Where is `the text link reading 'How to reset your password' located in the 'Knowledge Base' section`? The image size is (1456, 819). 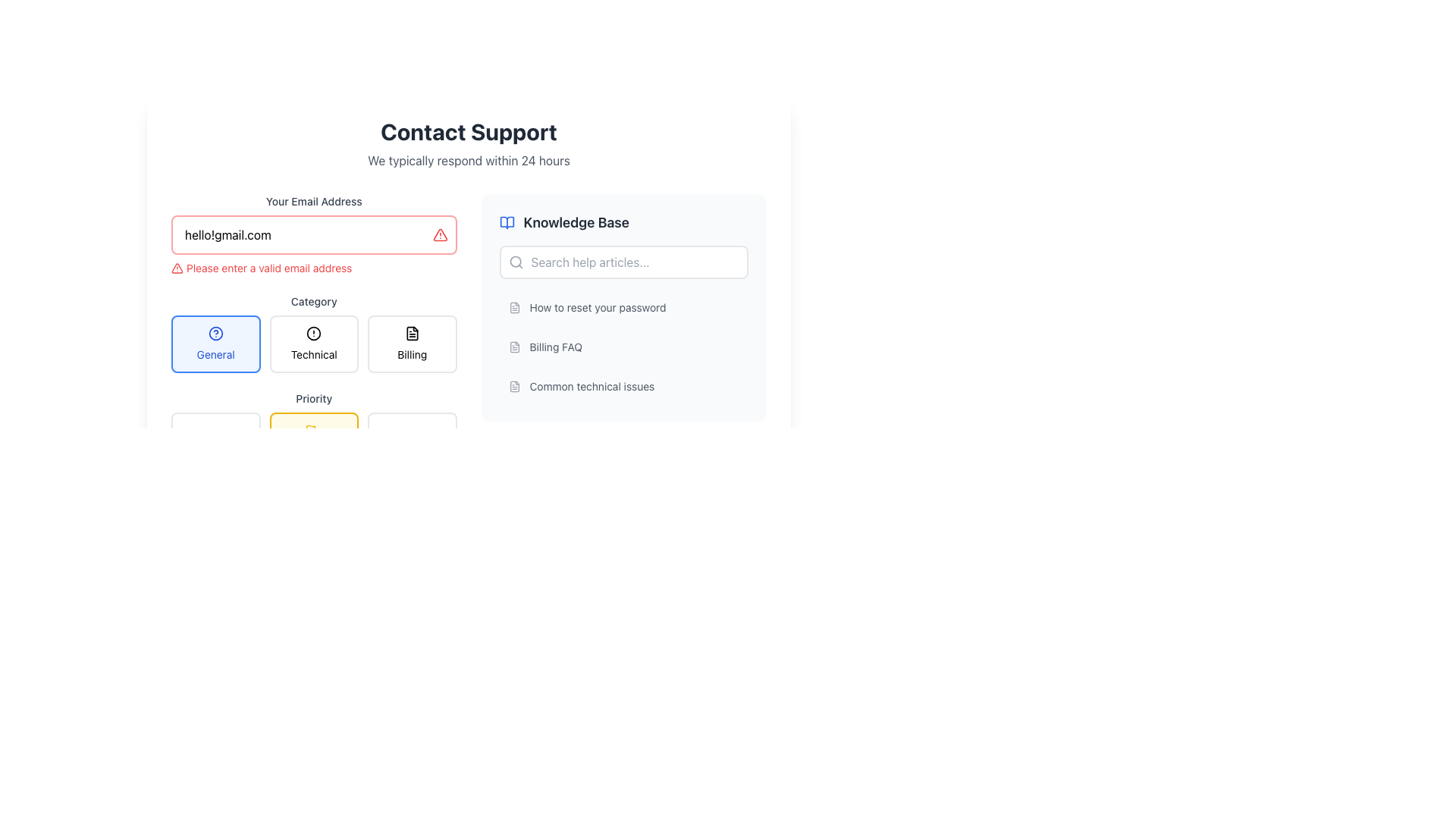 the text link reading 'How to reset your password' located in the 'Knowledge Base' section is located at coordinates (597, 307).